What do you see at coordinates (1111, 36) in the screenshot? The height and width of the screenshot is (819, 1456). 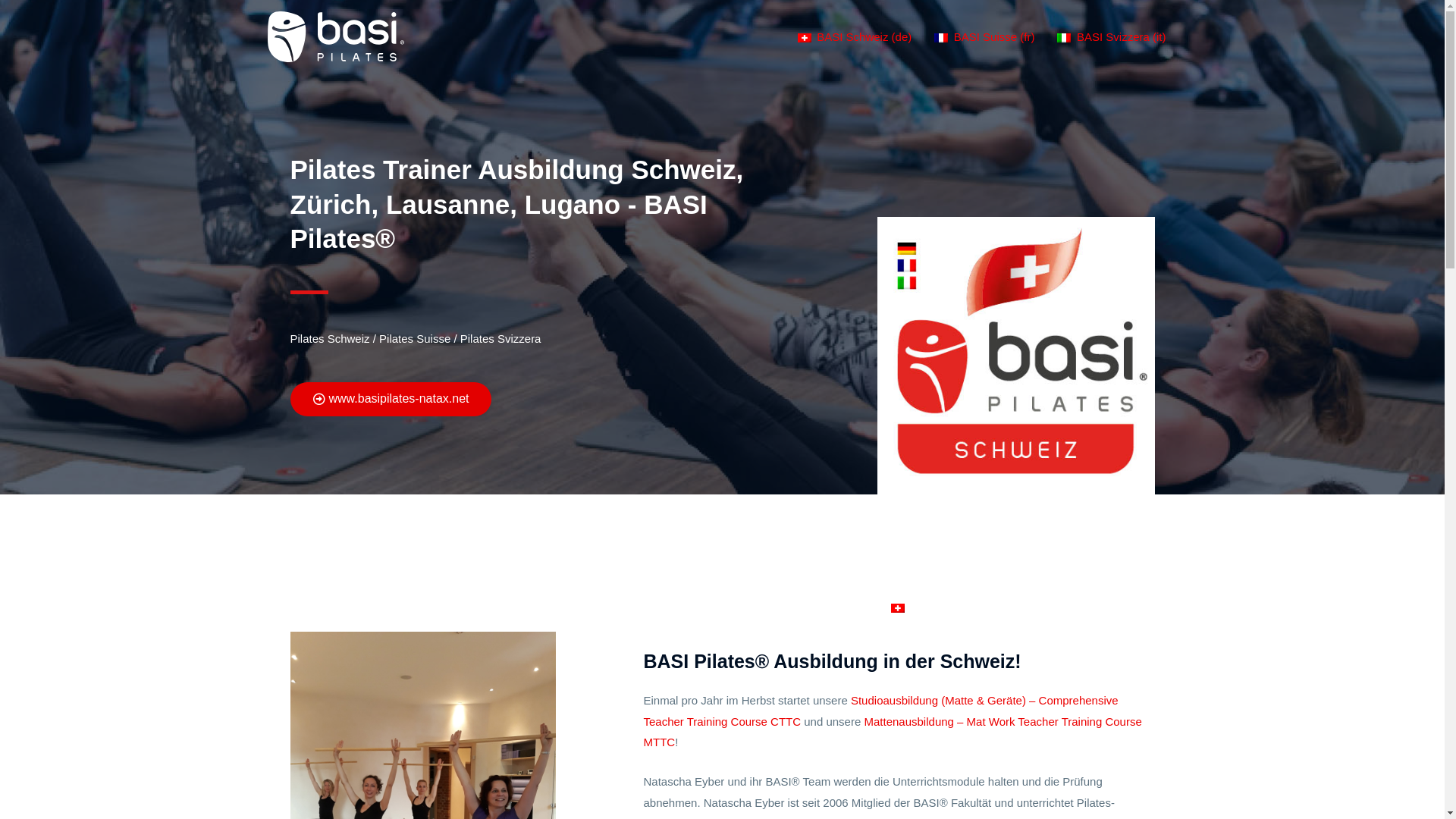 I see `'BASI Svizzera (it)'` at bounding box center [1111, 36].